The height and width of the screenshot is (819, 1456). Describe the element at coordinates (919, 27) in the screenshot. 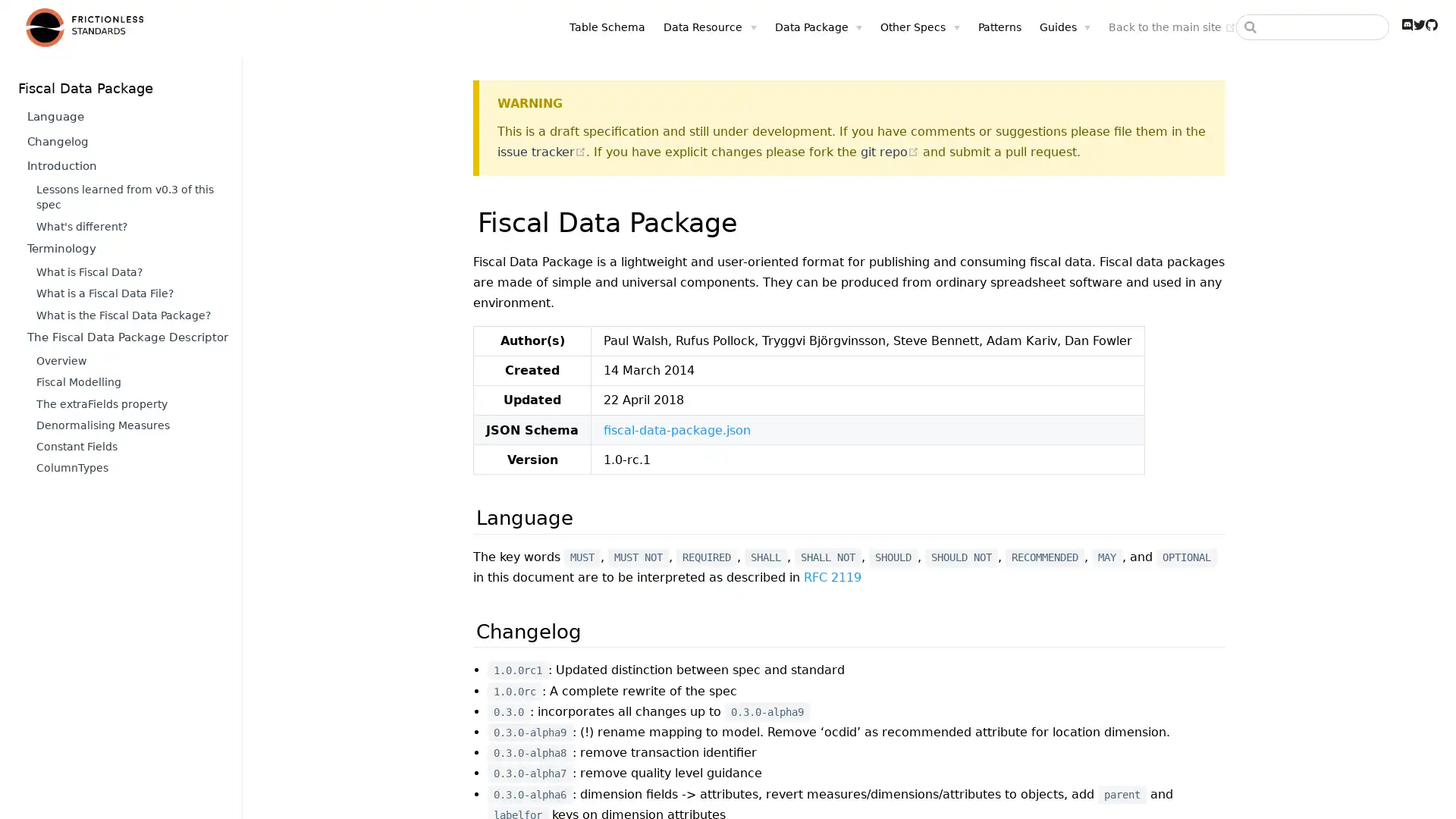

I see `Other Specs` at that location.